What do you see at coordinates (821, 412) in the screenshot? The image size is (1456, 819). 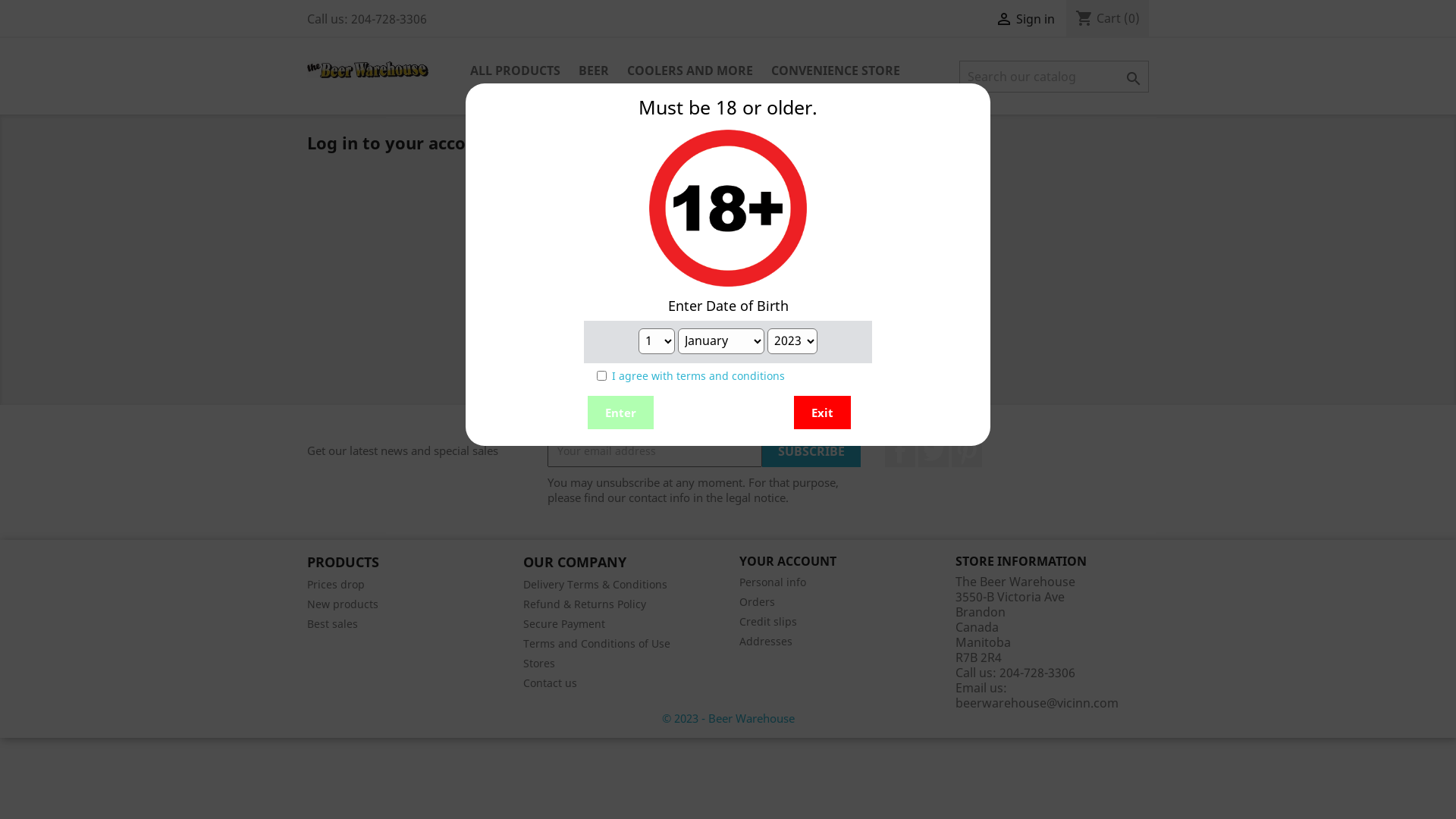 I see `'Exit'` at bounding box center [821, 412].